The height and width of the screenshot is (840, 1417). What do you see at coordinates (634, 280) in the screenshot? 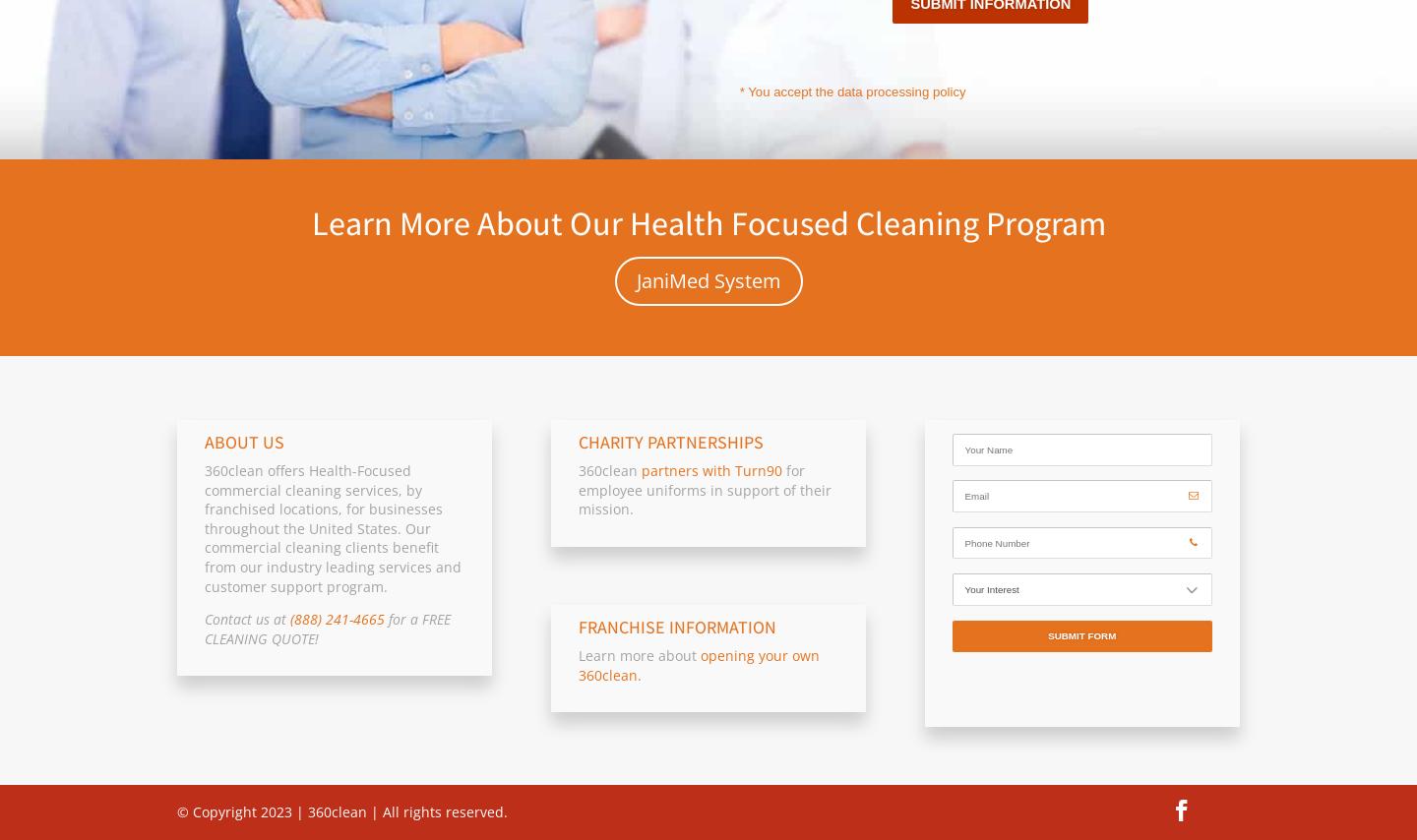
I see `'JaniMed System'` at bounding box center [634, 280].